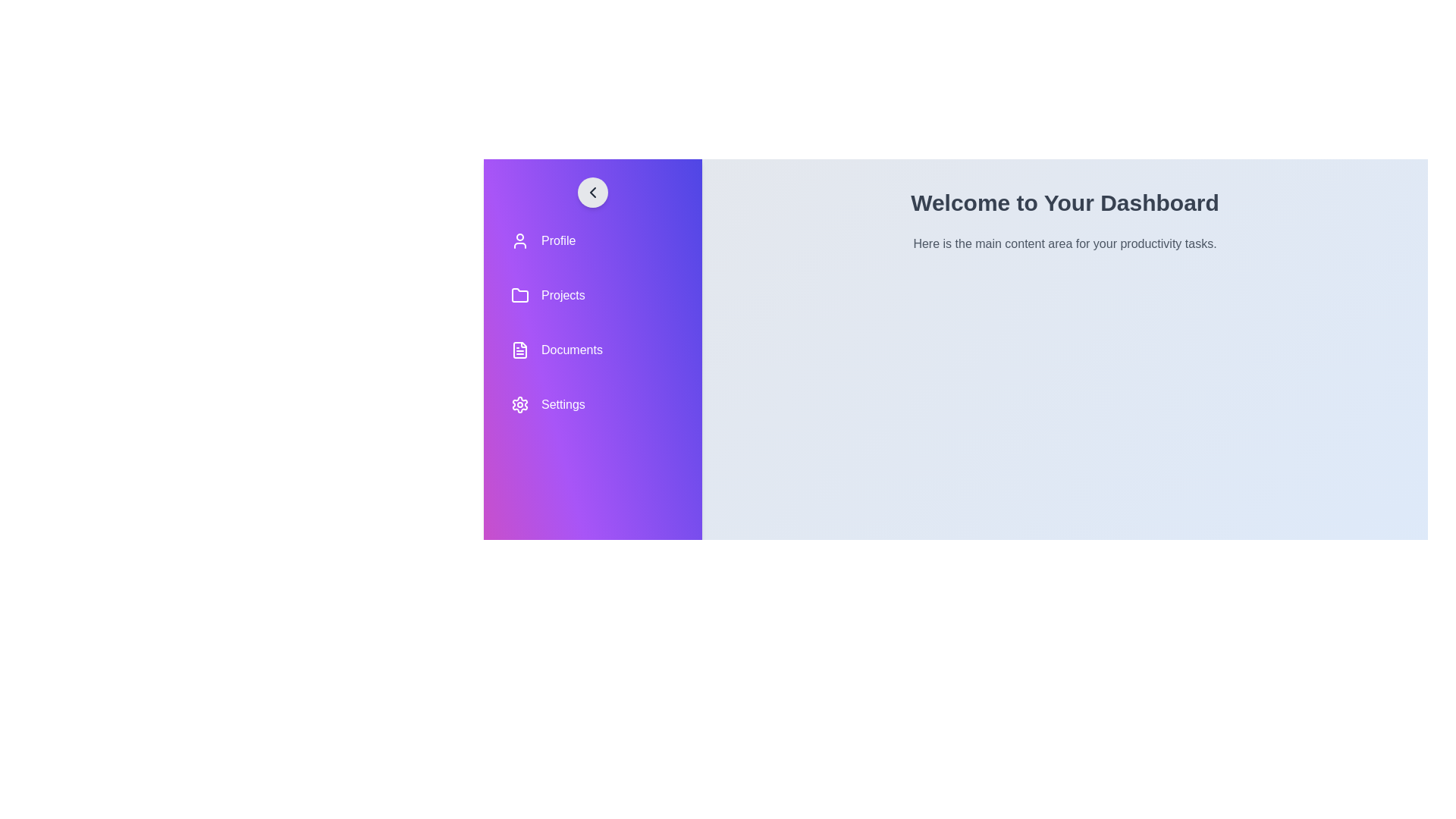  Describe the element at coordinates (592, 192) in the screenshot. I see `toggle button to change the state of the drawer` at that location.